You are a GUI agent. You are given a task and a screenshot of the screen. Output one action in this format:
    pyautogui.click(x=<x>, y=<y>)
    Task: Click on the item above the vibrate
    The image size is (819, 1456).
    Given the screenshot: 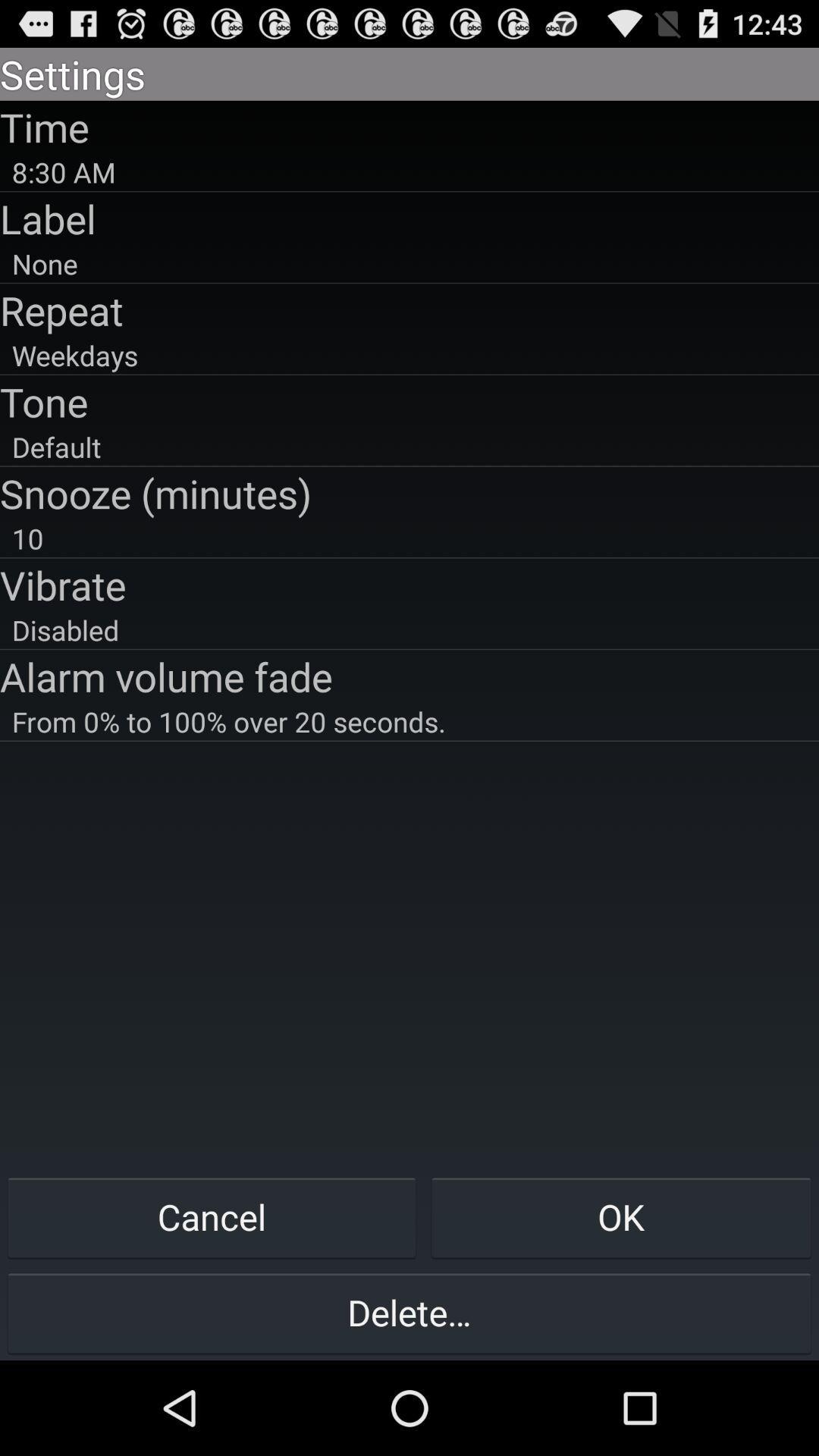 What is the action you would take?
    pyautogui.click(x=409, y=538)
    